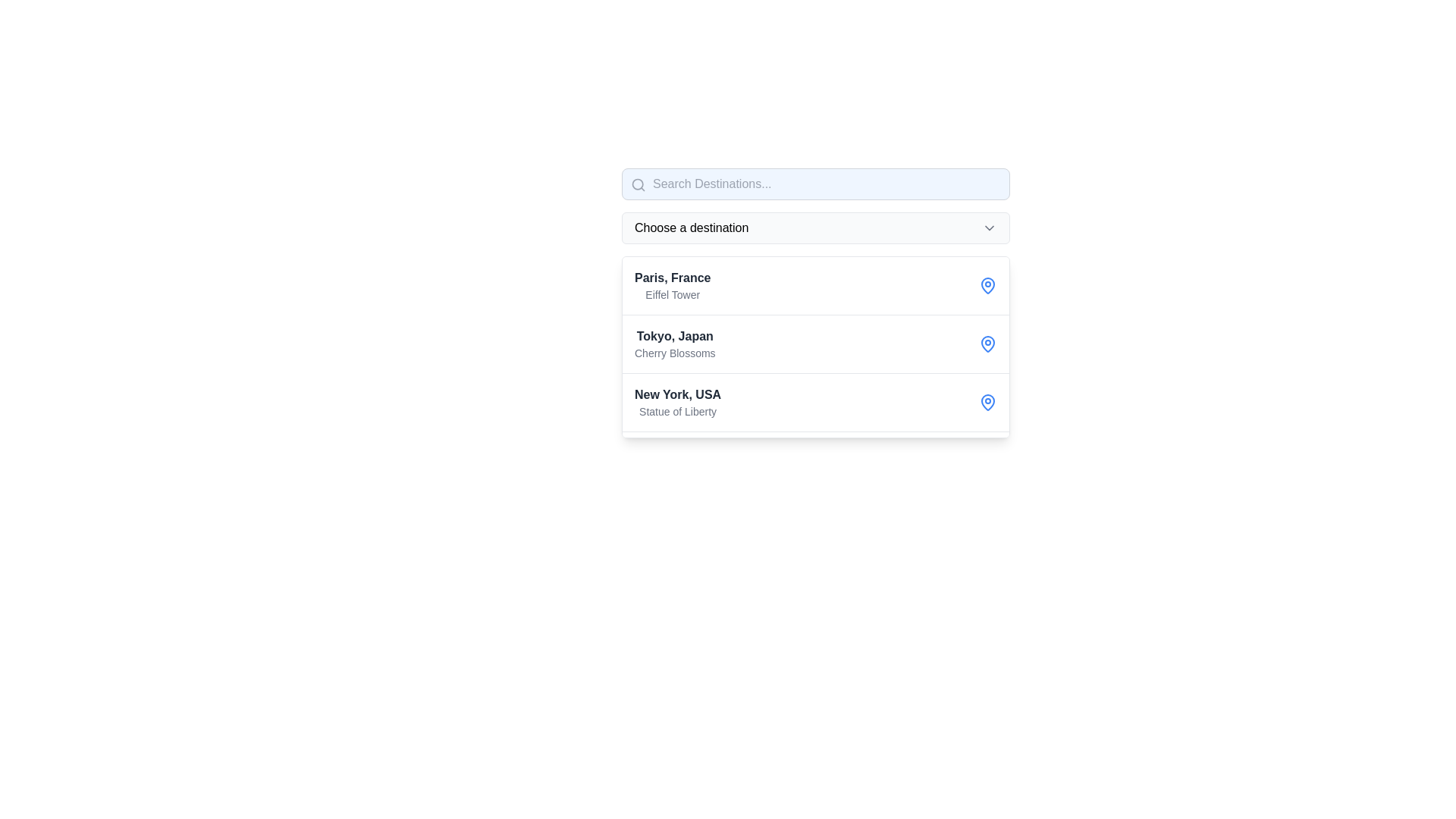 Image resolution: width=1456 pixels, height=819 pixels. What do you see at coordinates (638, 184) in the screenshot?
I see `the decorative search icon adjacent to the 'Search Destinations...' input field, which serves as a visual cue for search functionality` at bounding box center [638, 184].